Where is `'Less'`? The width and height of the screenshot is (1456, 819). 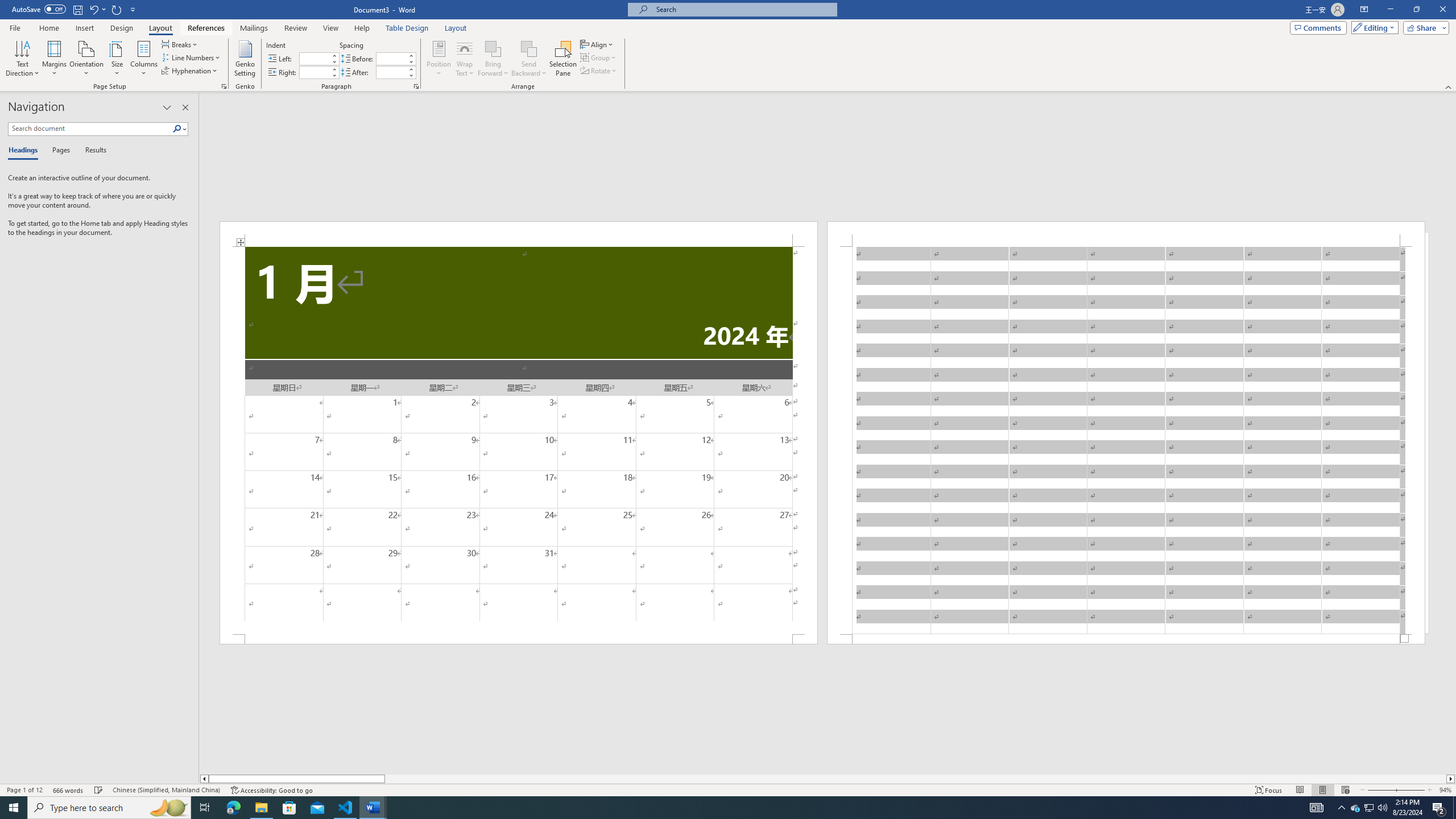 'Less' is located at coordinates (411, 75).